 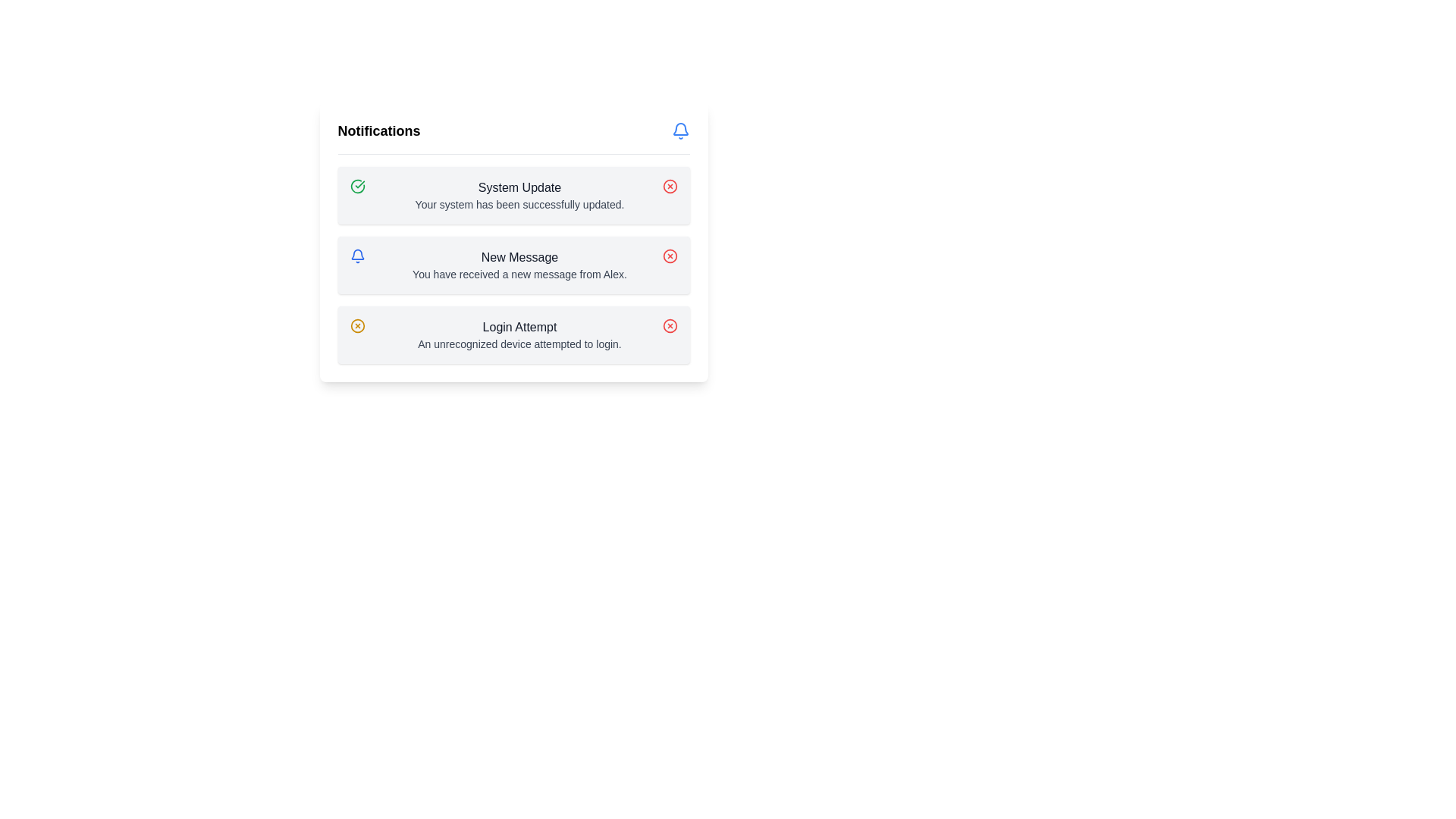 I want to click on details of the Text Block element displaying the notification with the header 'System Update' and the subtext 'Your system has been successfully updated.', so click(x=519, y=195).